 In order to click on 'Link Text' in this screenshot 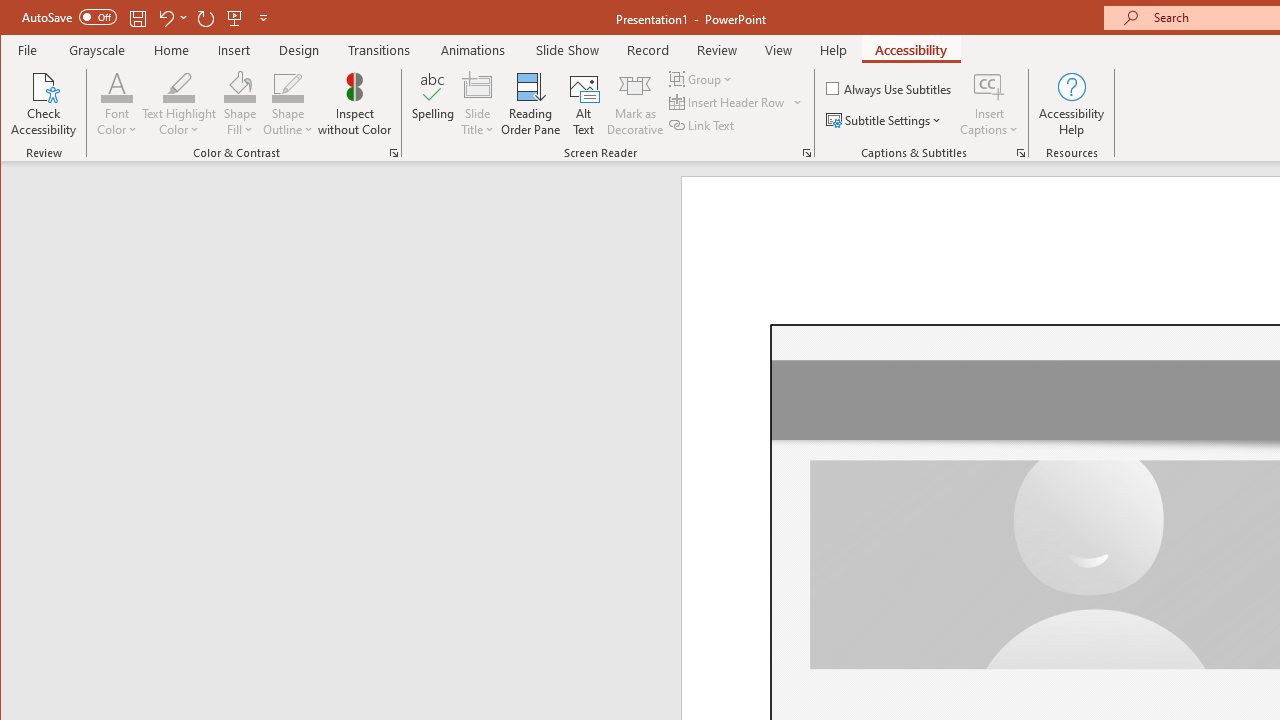, I will do `click(703, 125)`.